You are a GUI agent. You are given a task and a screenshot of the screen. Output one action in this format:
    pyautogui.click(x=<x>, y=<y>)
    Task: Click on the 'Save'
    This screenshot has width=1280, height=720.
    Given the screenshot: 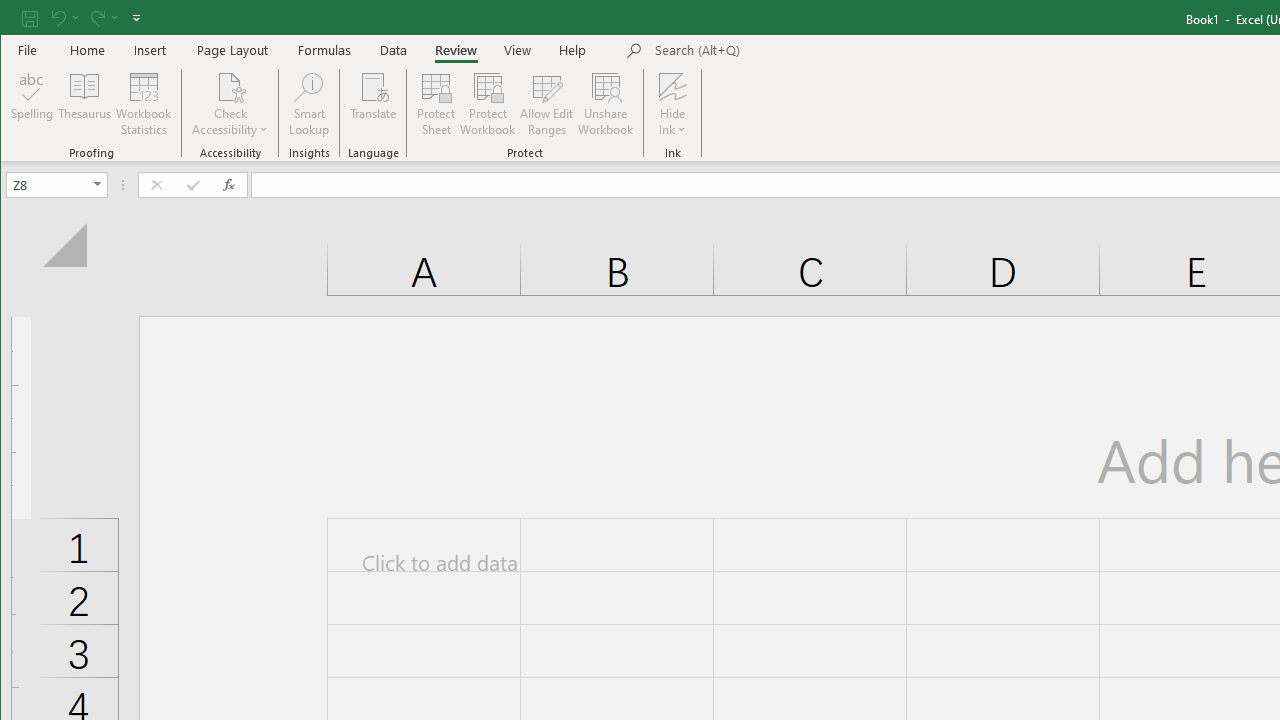 What is the action you would take?
    pyautogui.click(x=29, y=17)
    